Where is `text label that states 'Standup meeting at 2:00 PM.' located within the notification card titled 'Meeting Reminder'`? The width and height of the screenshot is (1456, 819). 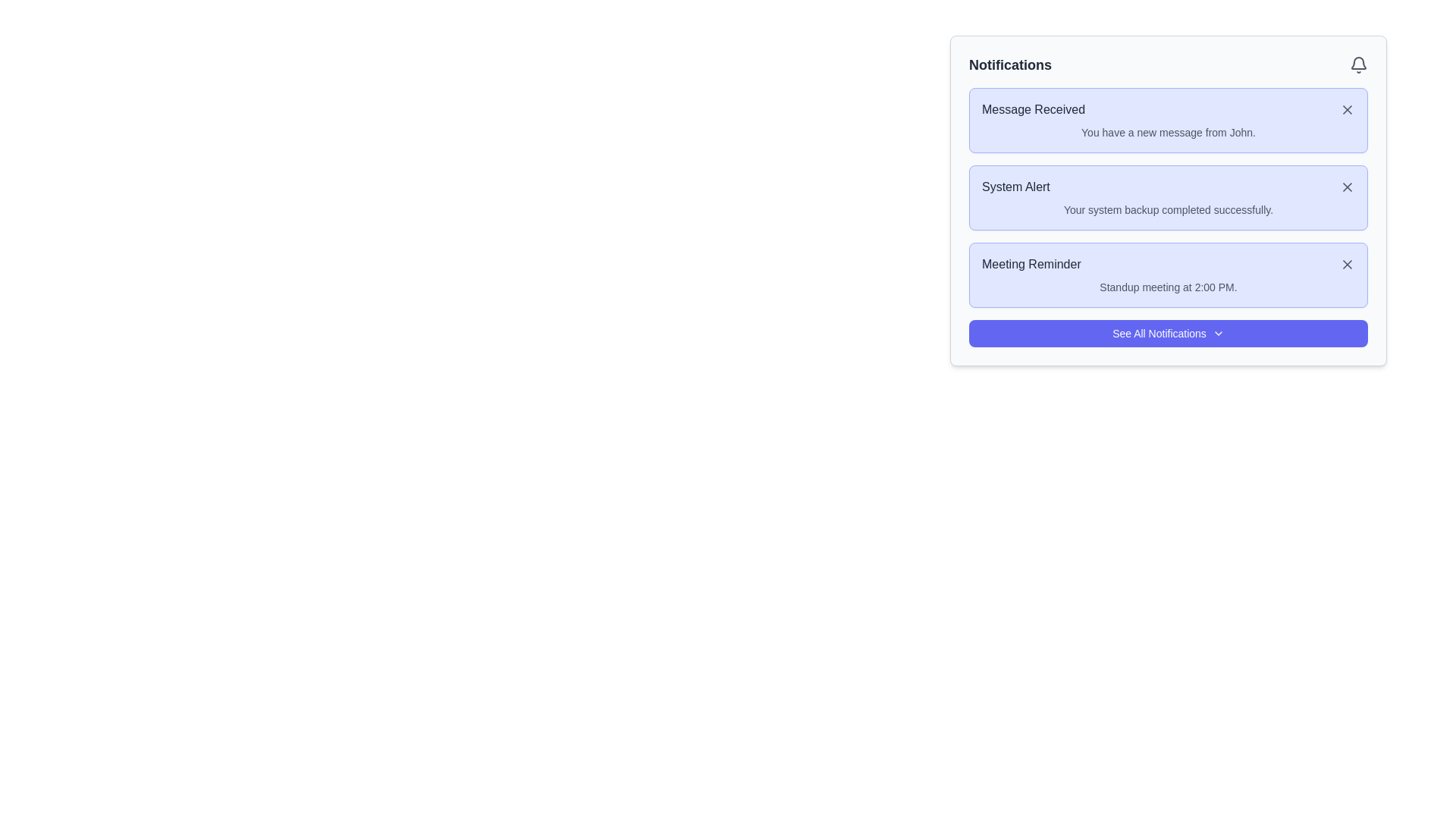
text label that states 'Standup meeting at 2:00 PM.' located within the notification card titled 'Meeting Reminder' is located at coordinates (1167, 287).